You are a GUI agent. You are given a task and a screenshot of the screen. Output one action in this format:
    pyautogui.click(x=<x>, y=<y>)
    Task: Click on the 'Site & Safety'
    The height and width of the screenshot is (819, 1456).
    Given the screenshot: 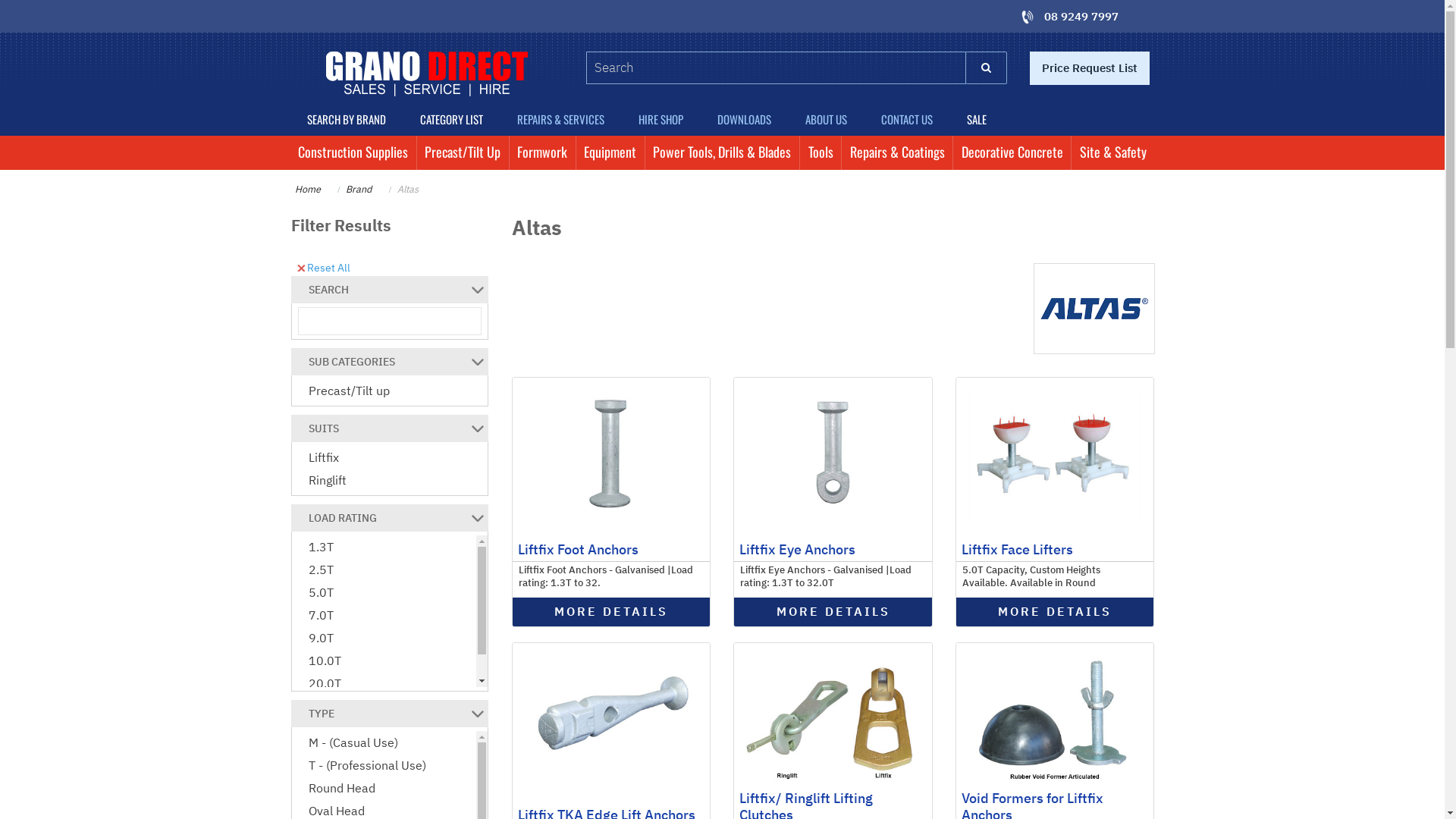 What is the action you would take?
    pyautogui.click(x=1112, y=152)
    